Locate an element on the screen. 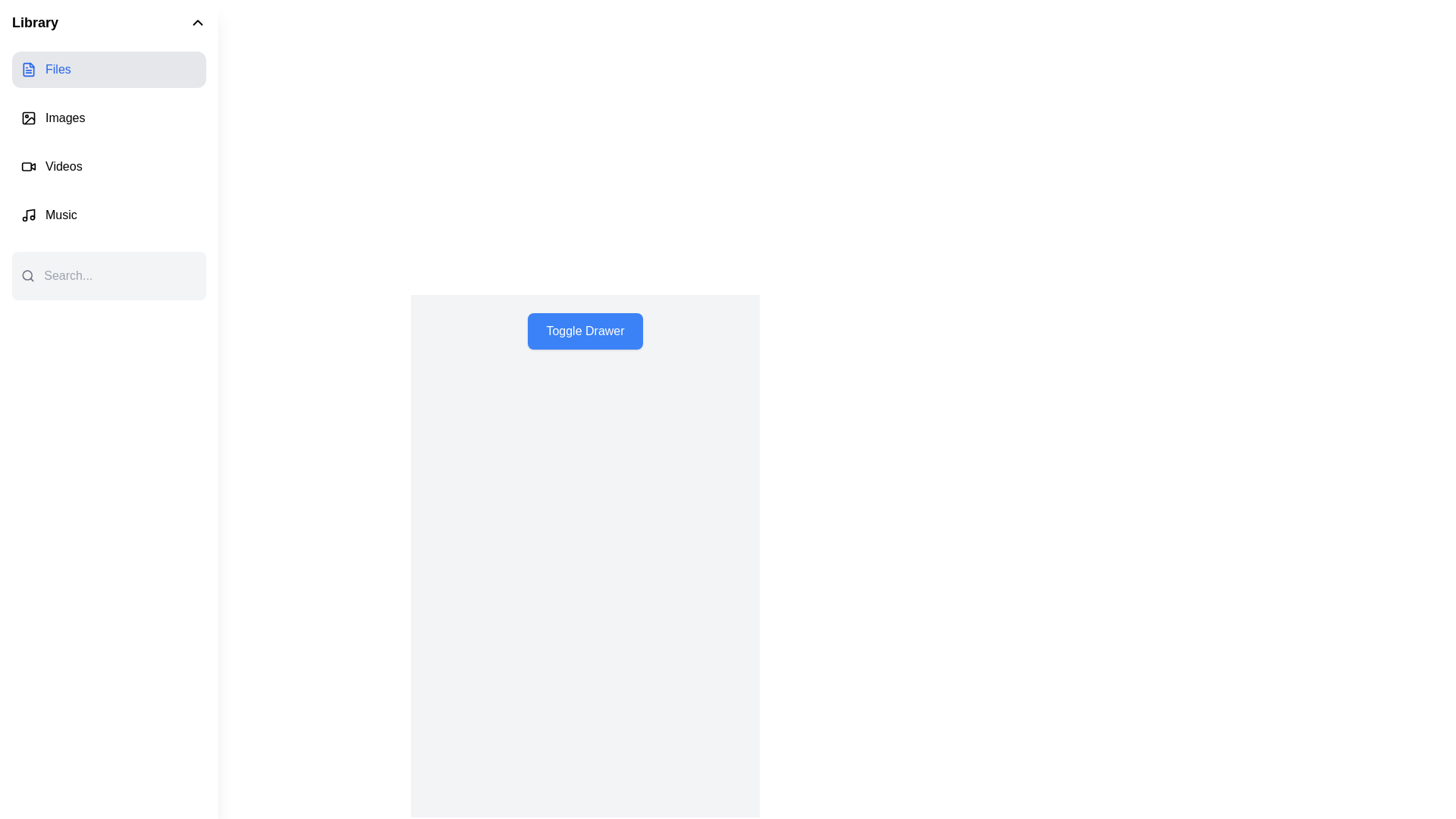 The width and height of the screenshot is (1456, 819). the musical note icon in the 'Music' menu item, positioned next to the 'Music' label is located at coordinates (29, 215).